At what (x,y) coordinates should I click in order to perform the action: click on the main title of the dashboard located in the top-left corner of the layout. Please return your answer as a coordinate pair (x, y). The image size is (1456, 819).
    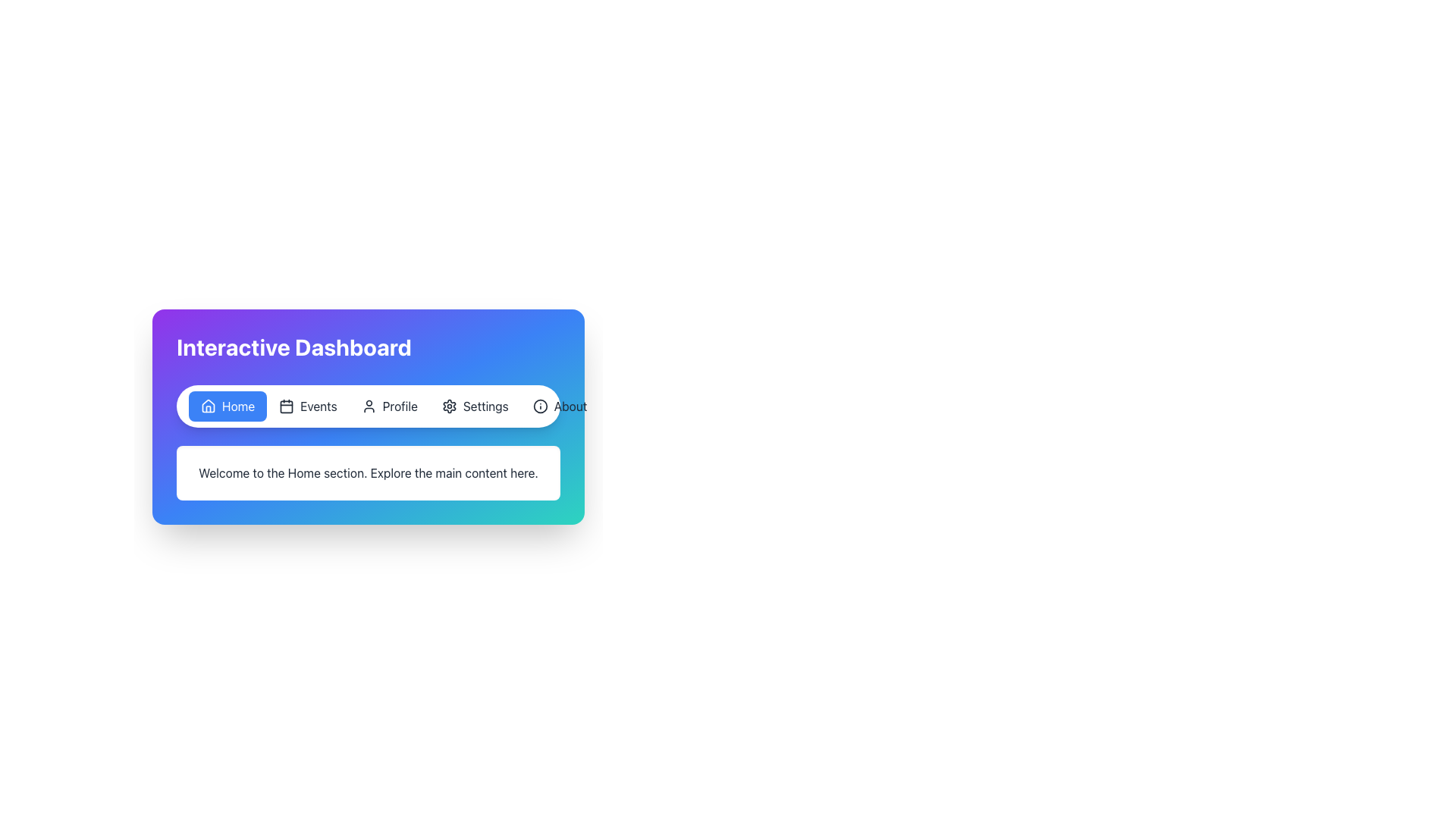
    Looking at the image, I should click on (293, 347).